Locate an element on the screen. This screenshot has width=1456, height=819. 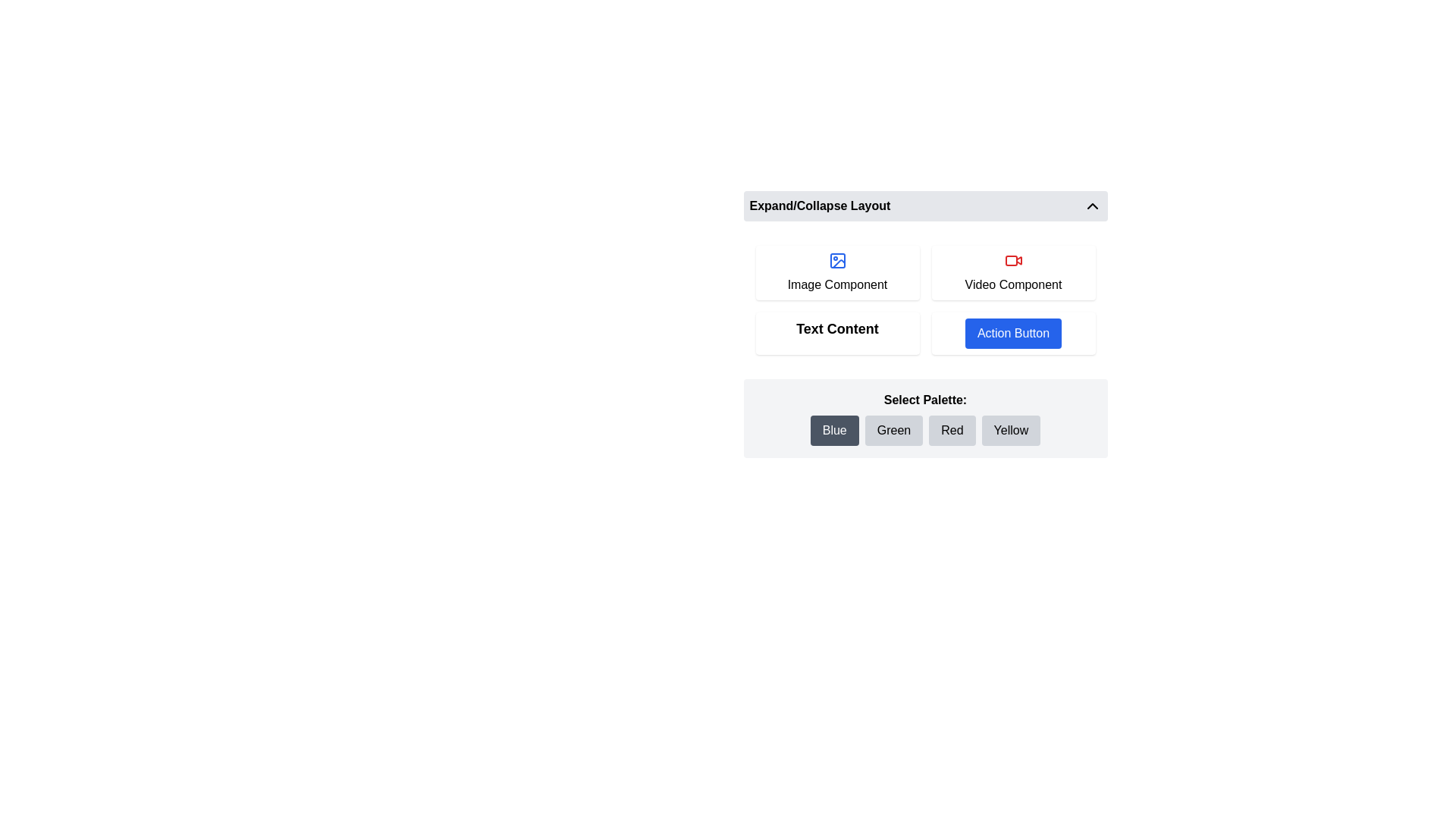
the toggle button located at the top of the layout group is located at coordinates (924, 206).